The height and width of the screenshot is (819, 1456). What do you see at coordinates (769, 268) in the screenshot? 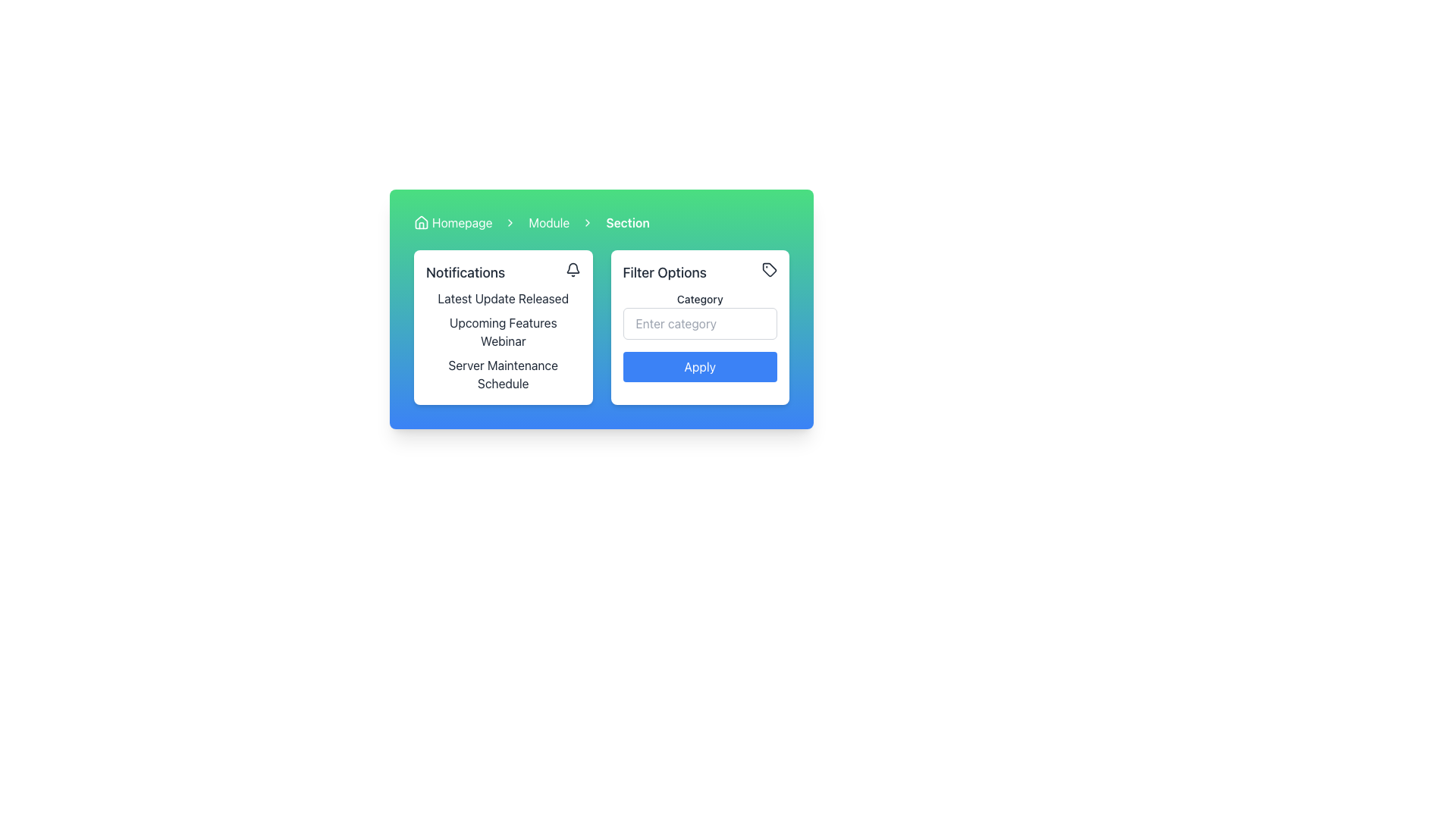
I see `the tag-shaped icon located in the upper-right corner of the 'Filter Options' section, which serves as an action initiator for filtering or categorization purposes` at bounding box center [769, 268].